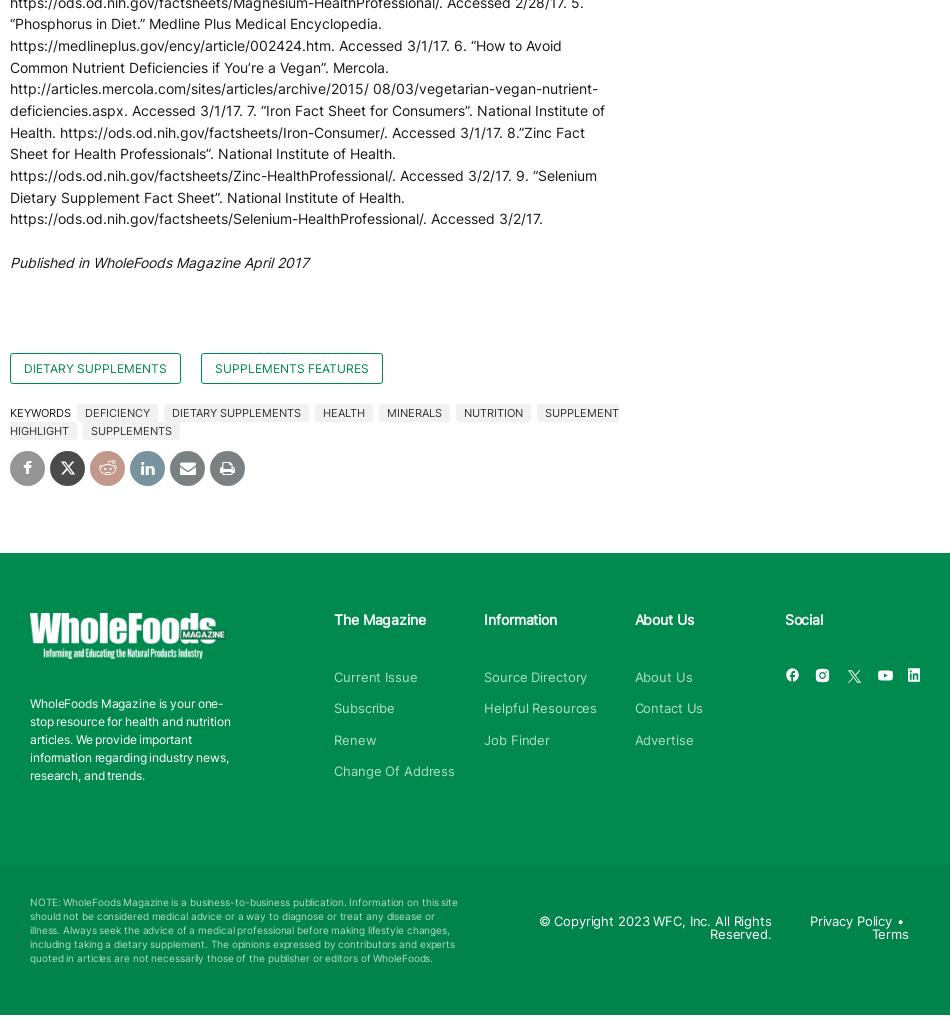 This screenshot has width=950, height=1019. I want to click on 'Subscribe', so click(363, 708).